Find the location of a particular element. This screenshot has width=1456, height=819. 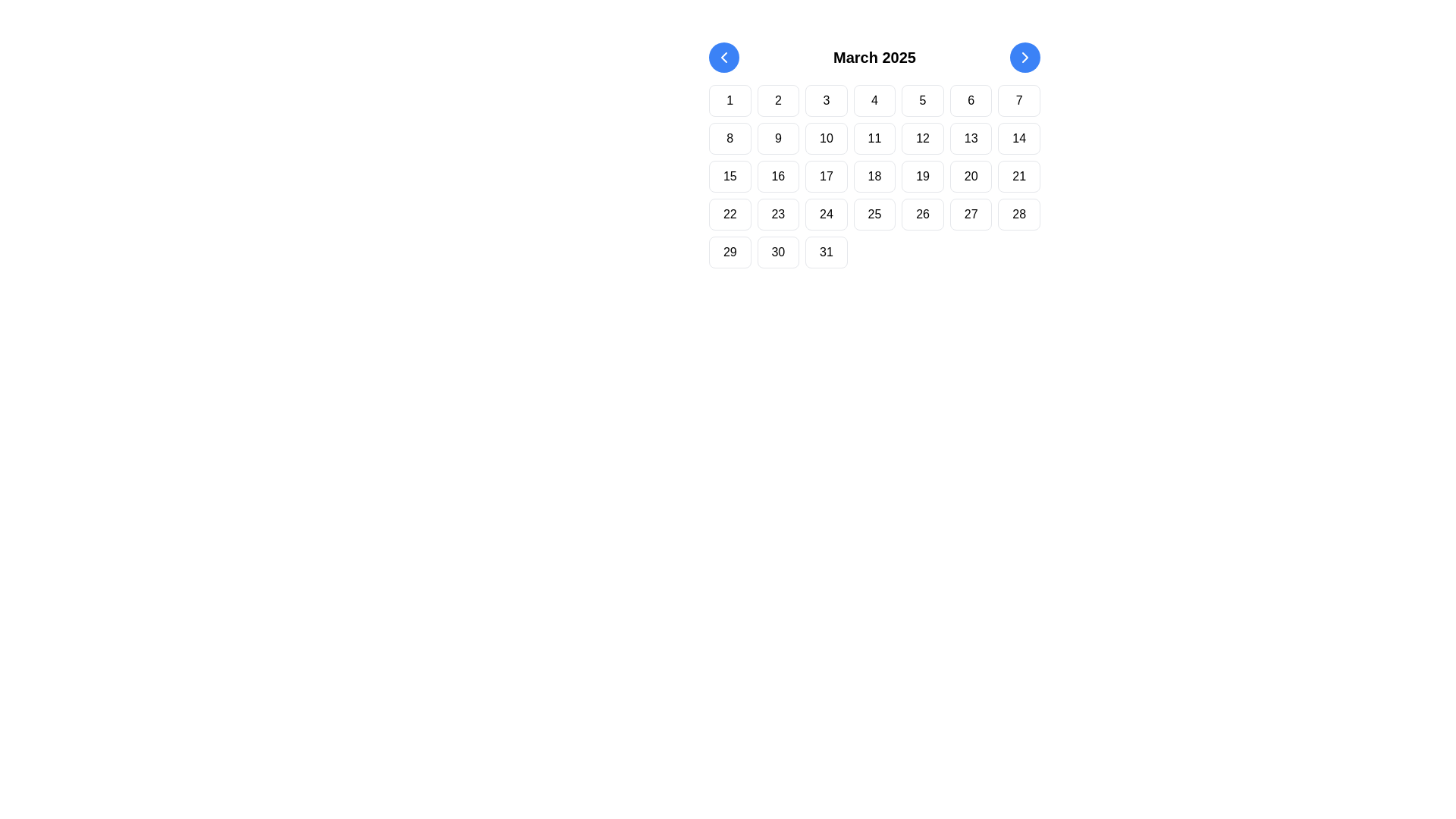

the button representing the date '2' in the calendar is located at coordinates (778, 100).